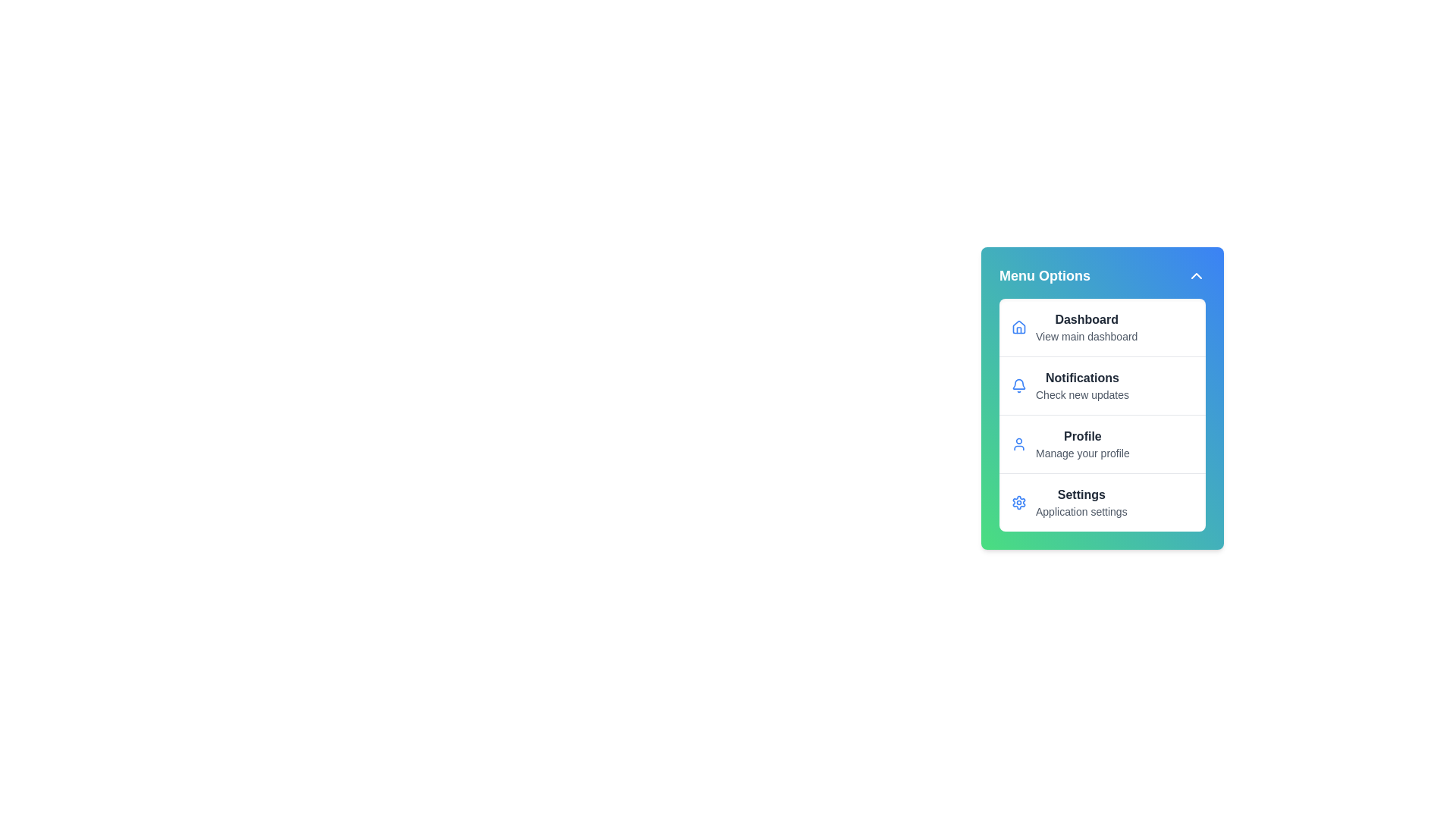  I want to click on the menu item corresponding to Settings, so click(1103, 502).